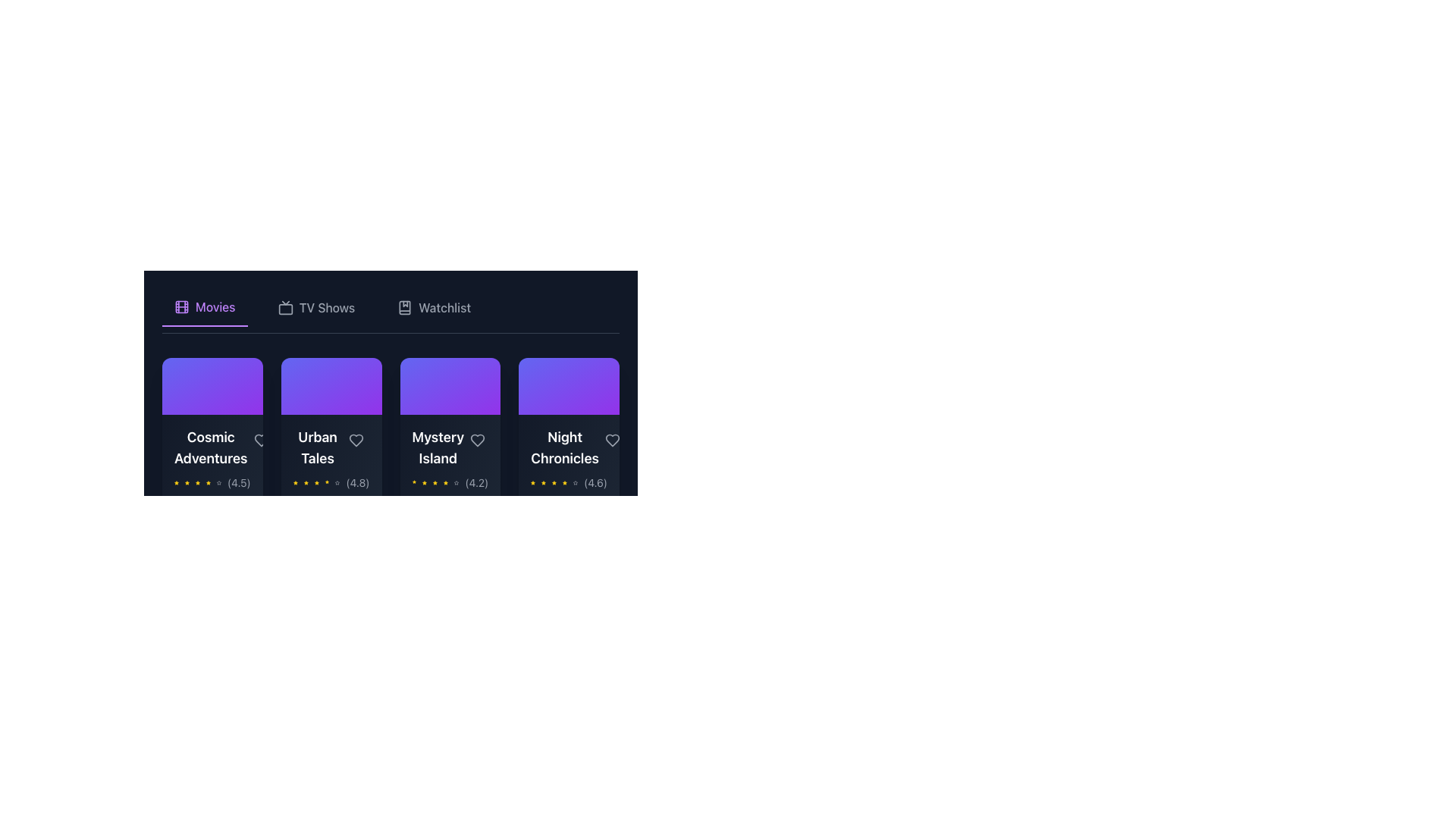 The height and width of the screenshot is (819, 1456). I want to click on the visual state of the fifth star icon in the 5-star rating system located under the 'Night Chronicles' heading, positioned to the right of four yellow stars and to the left of a gray star, so click(564, 482).